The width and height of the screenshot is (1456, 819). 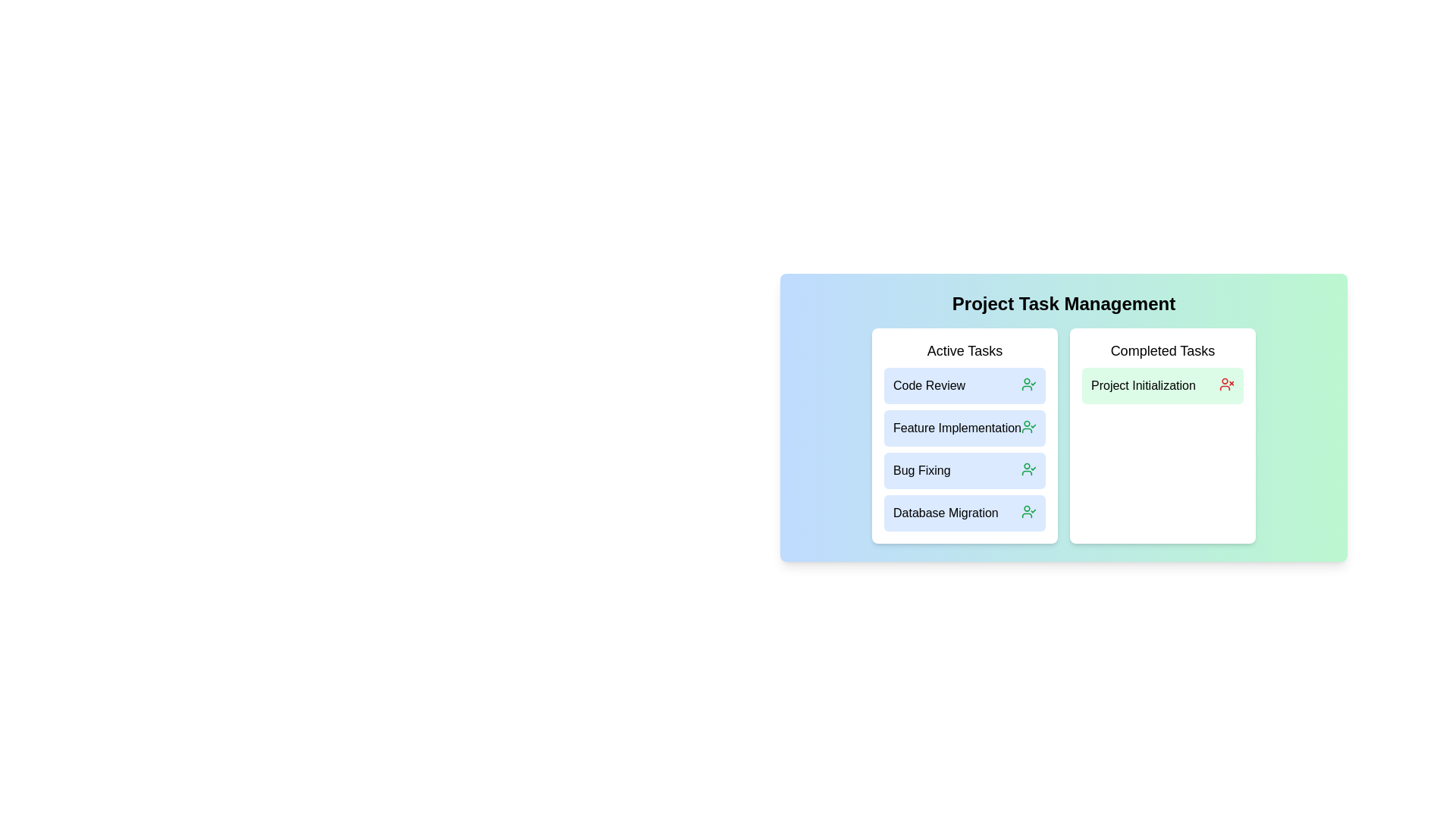 What do you see at coordinates (1029, 512) in the screenshot?
I see `the 'UserCheck' icon associated with the task 'Database Migration'` at bounding box center [1029, 512].